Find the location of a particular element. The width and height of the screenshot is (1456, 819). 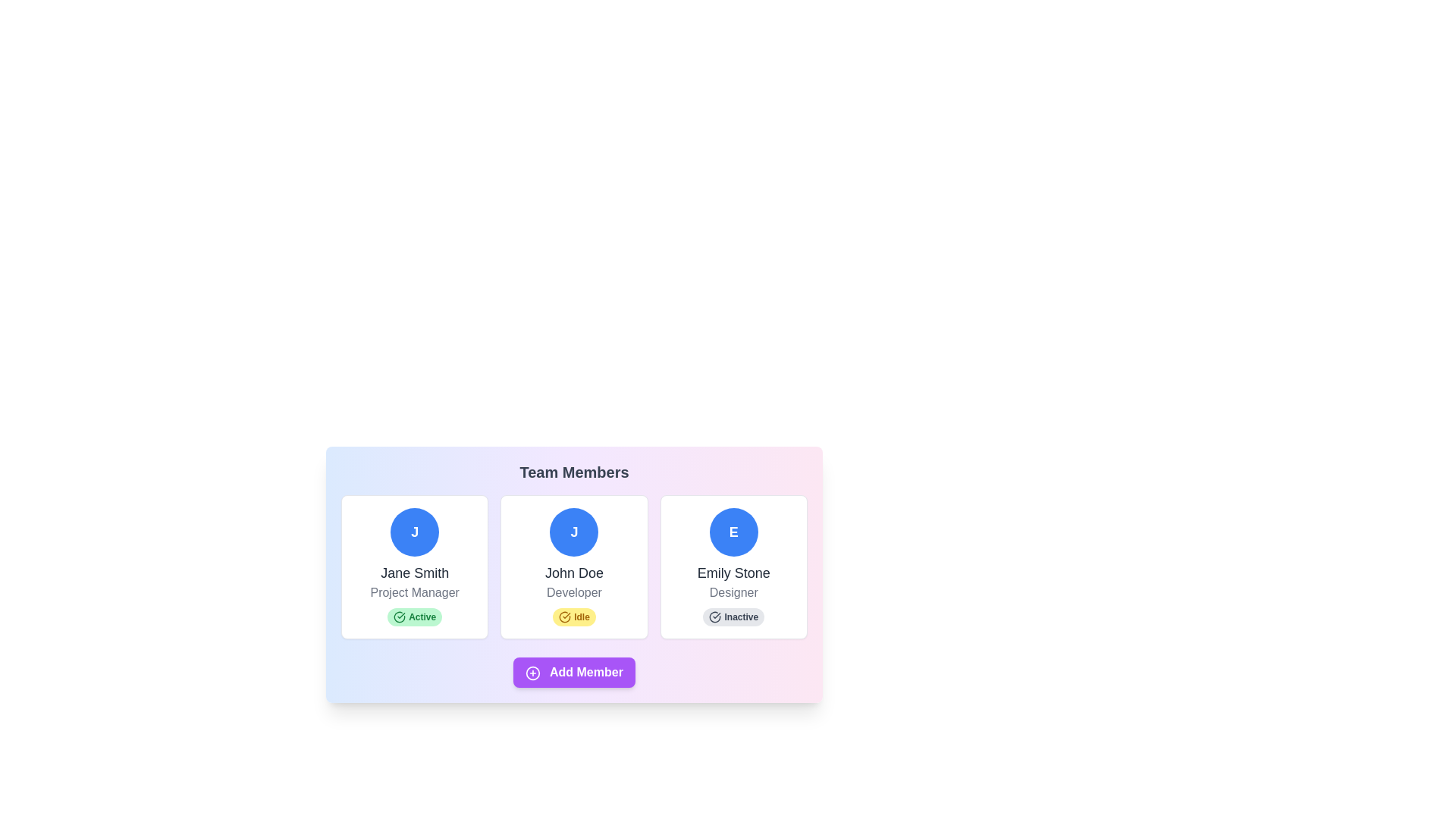

the 'Team Members' label, which is a large, bold text in dark gray color located at the top of the team member information grid is located at coordinates (573, 472).